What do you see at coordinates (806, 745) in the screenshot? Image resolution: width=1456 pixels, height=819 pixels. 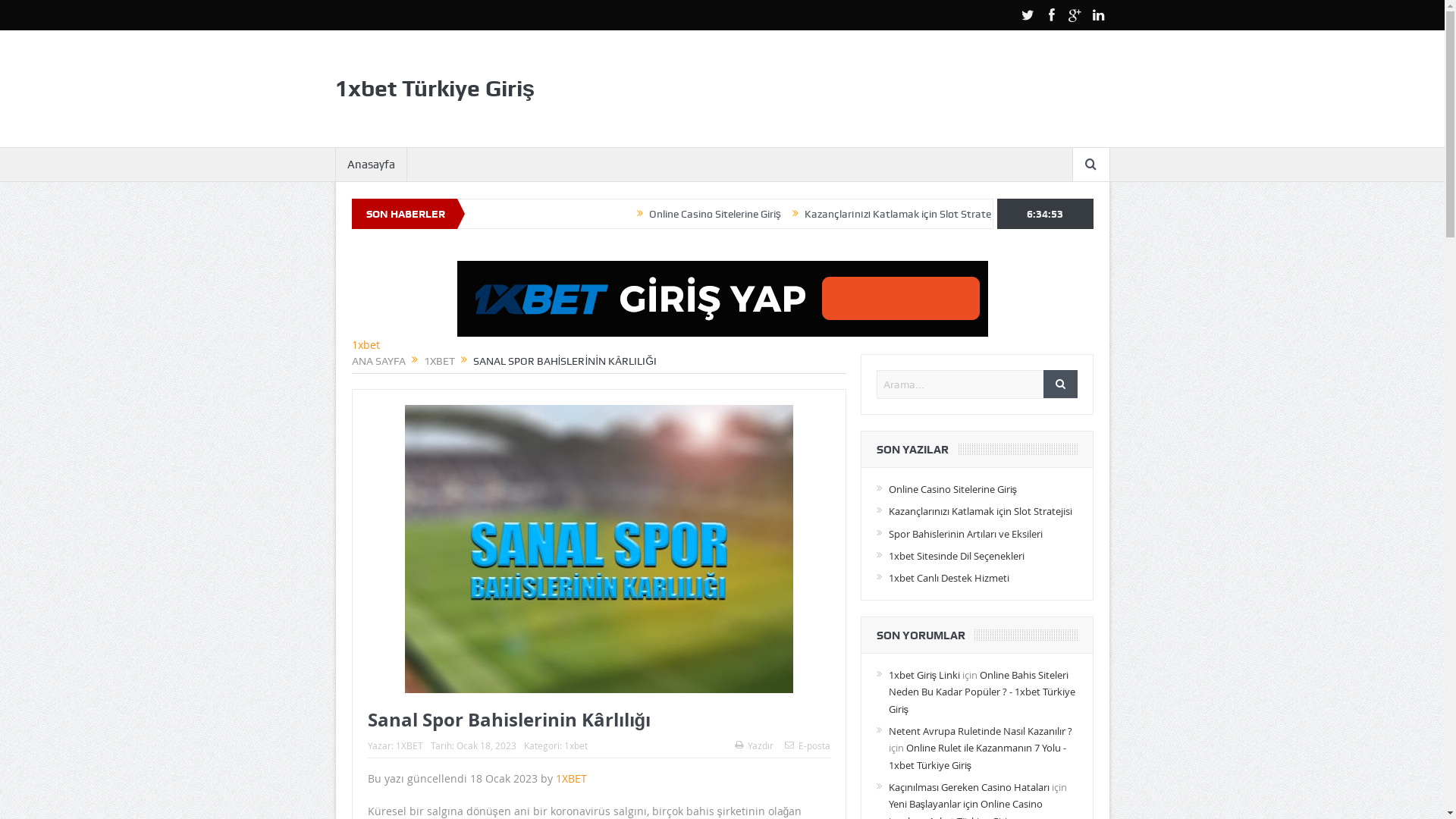 I see `'E-posta'` at bounding box center [806, 745].